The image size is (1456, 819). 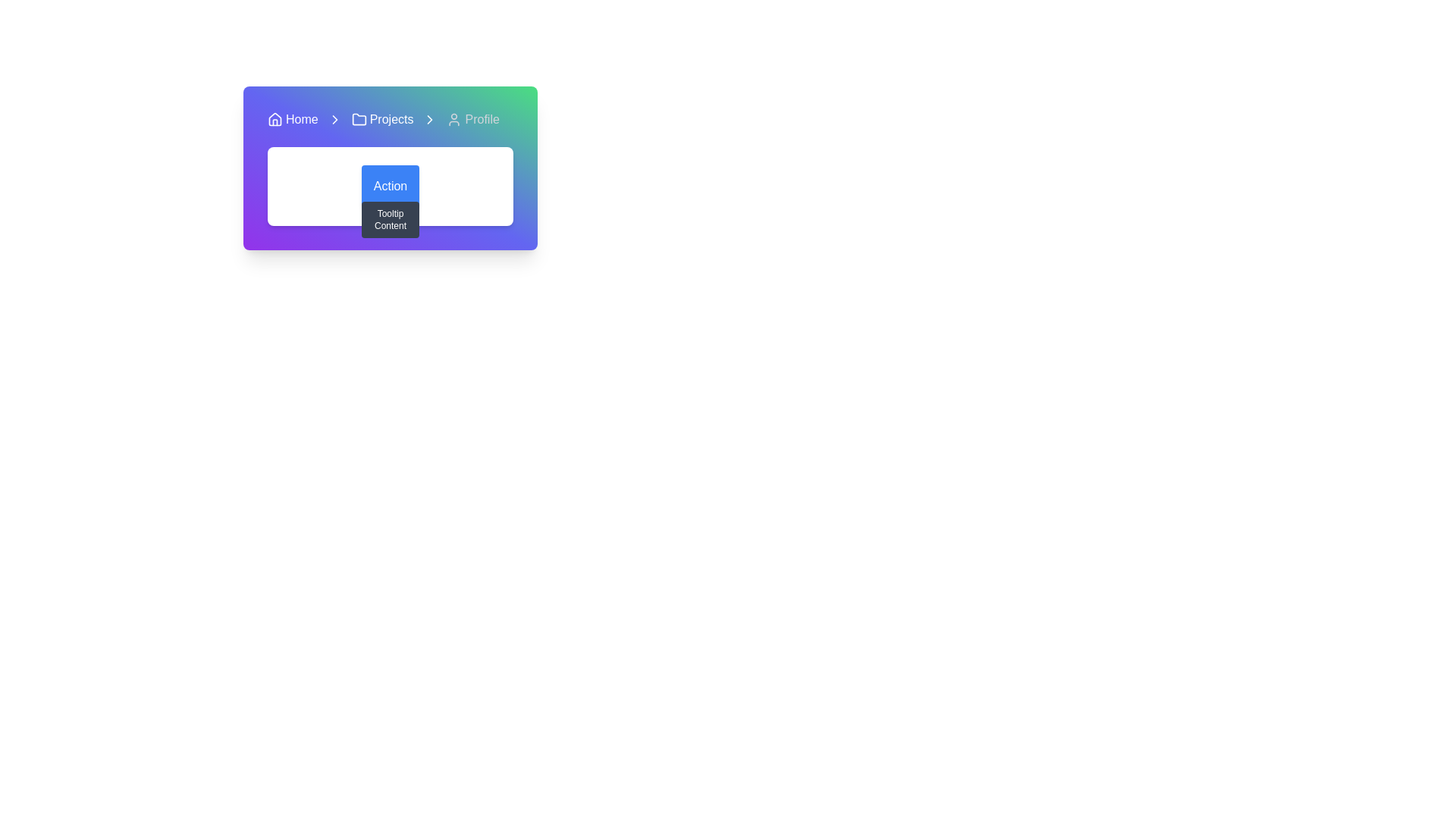 I want to click on the 'Projects' breadcrumb navigation link, which is the second item in the breadcrumb navigation bar, so click(x=382, y=119).